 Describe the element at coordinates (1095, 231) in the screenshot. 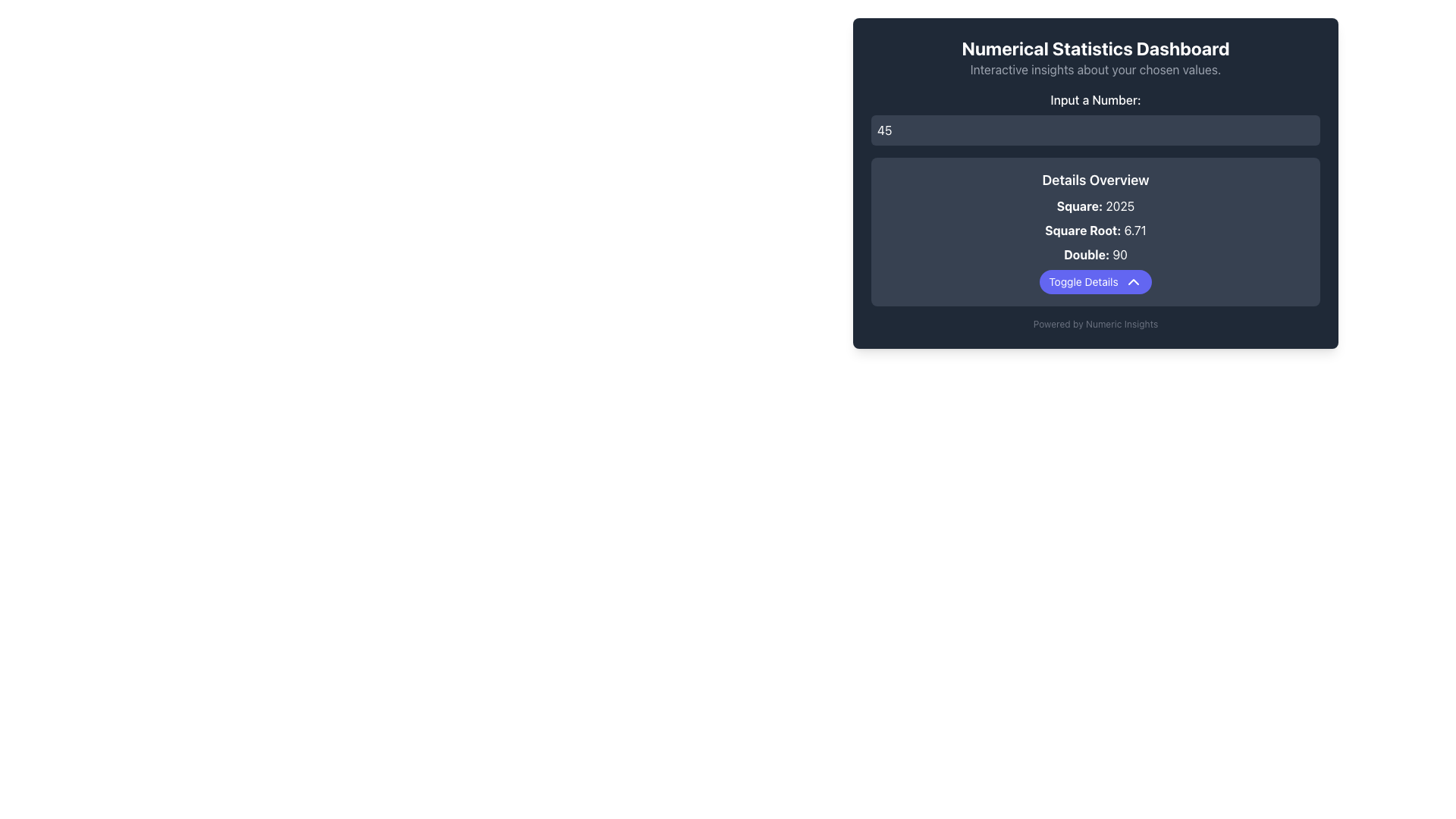

I see `the static text block displaying computed statistics, including 'Square: 2025', 'Square Root: 6.71', and 'Double: 90', located in the 'Details Overview' panel` at that location.